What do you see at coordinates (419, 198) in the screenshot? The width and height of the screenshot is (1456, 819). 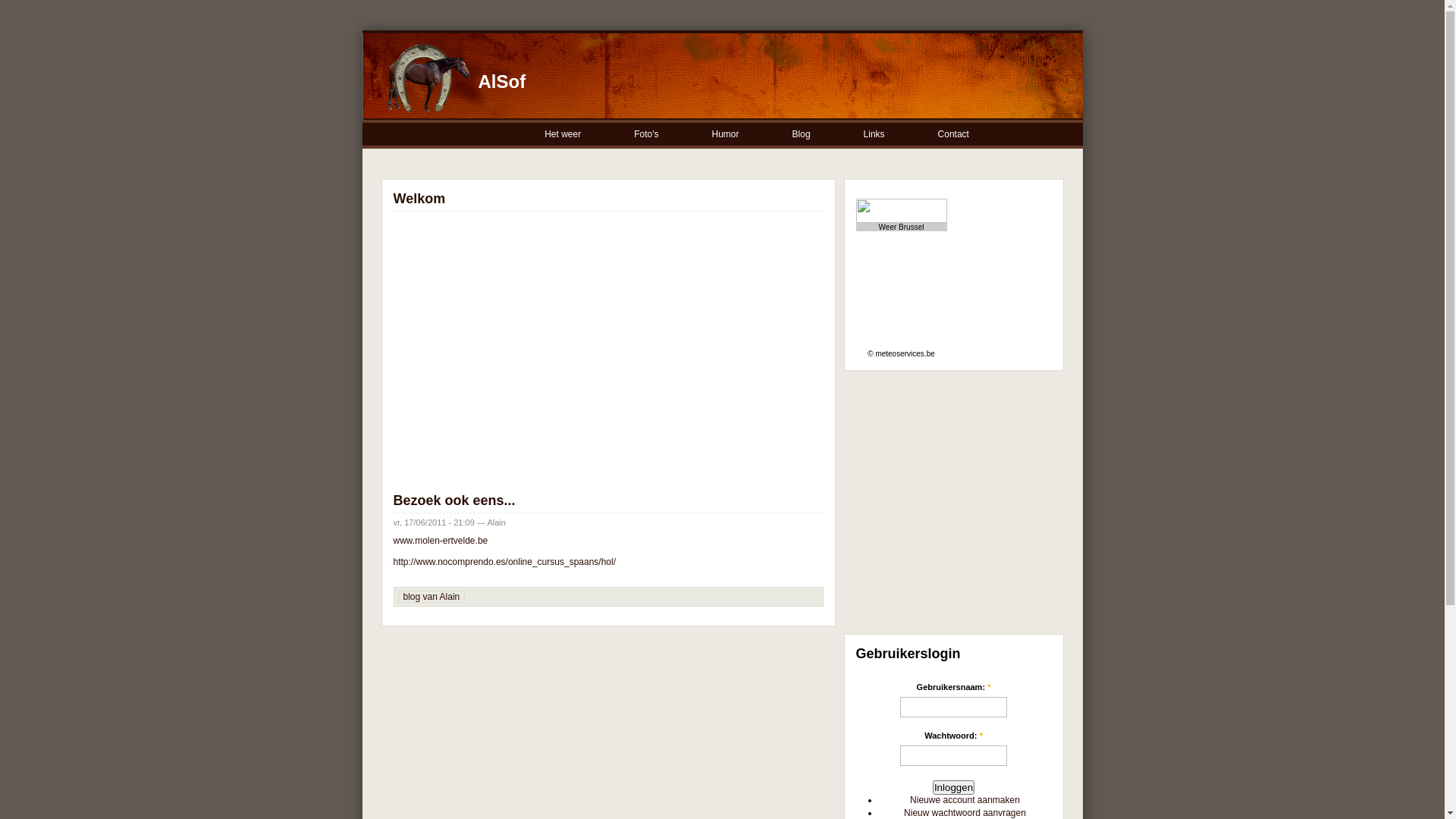 I see `'Welkom'` at bounding box center [419, 198].